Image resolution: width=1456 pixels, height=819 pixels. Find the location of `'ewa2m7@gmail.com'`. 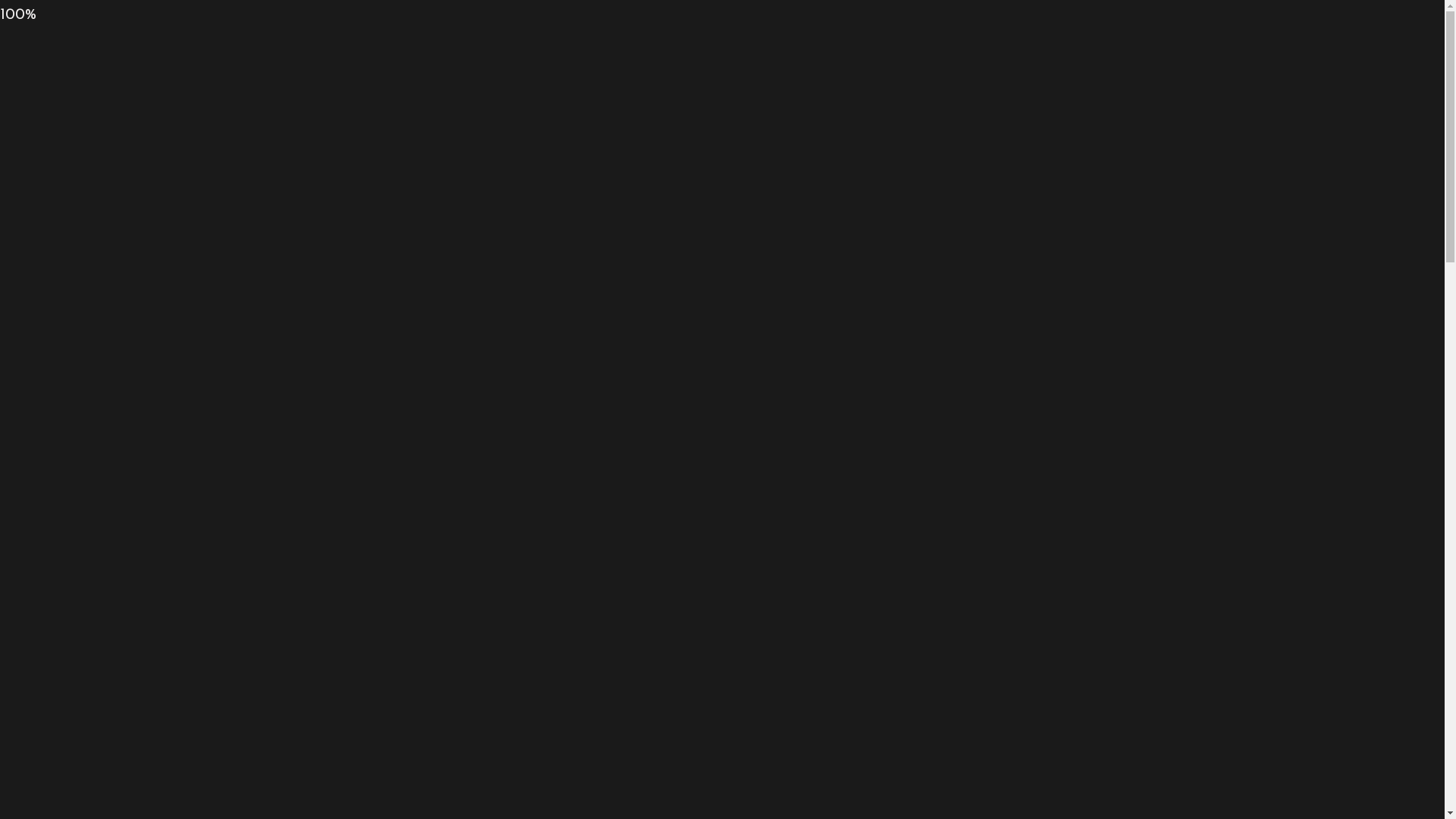

'ewa2m7@gmail.com' is located at coordinates (334, 58).